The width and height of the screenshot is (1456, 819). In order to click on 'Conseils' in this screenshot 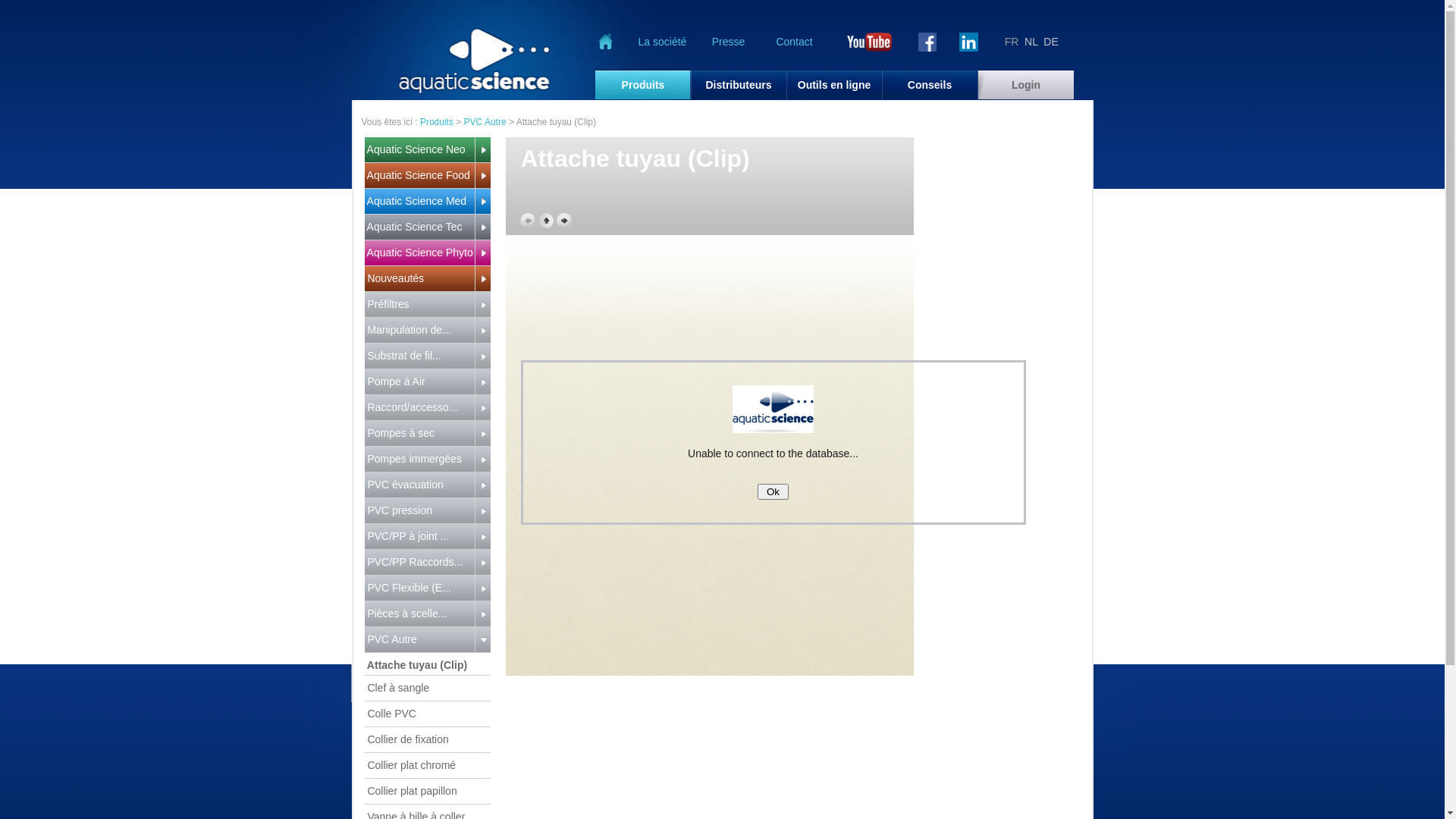, I will do `click(881, 84)`.